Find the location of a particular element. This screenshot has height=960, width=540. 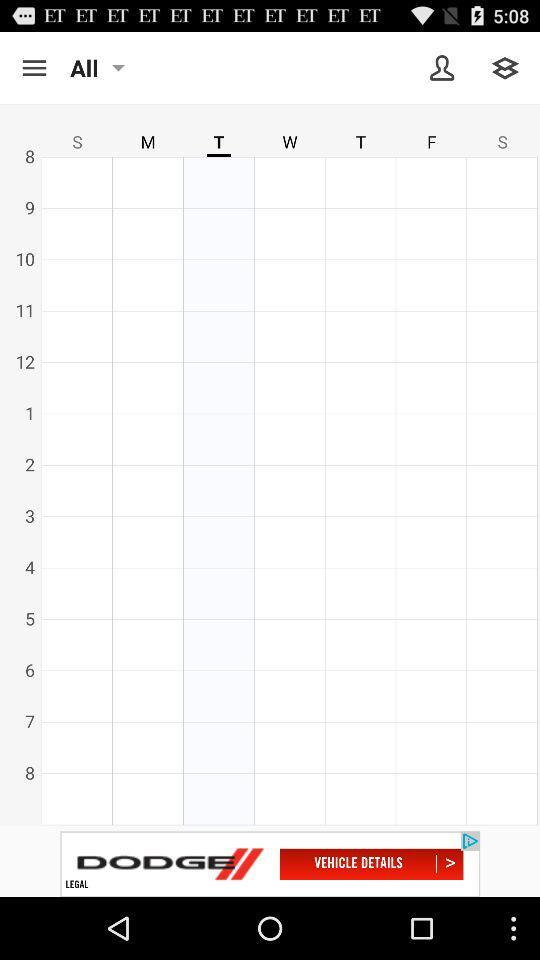

the avatar icon is located at coordinates (442, 73).